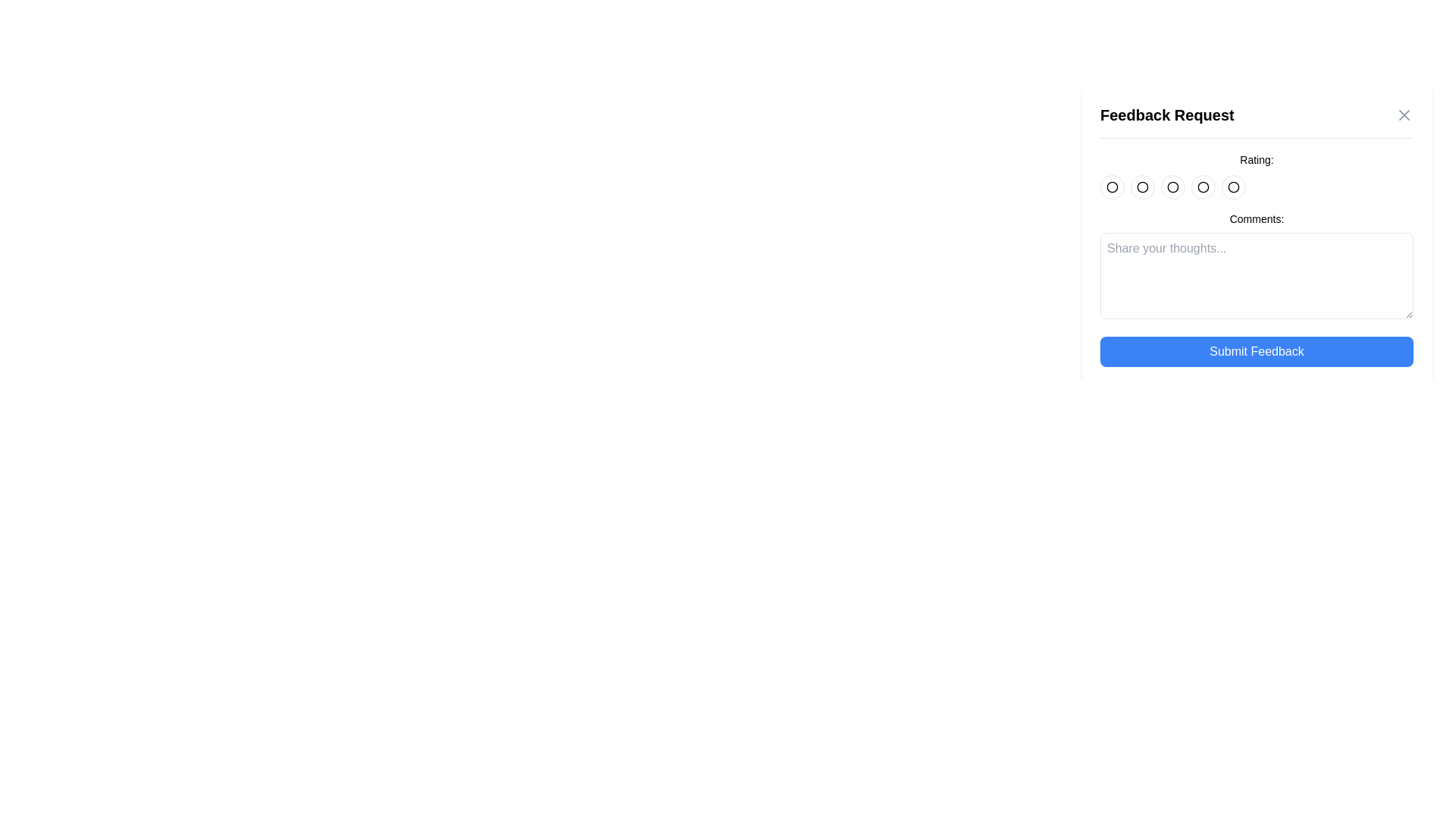 Image resolution: width=1456 pixels, height=819 pixels. I want to click on the fourth radio button in the sequence of five under the 'Rating' label, so click(1172, 186).